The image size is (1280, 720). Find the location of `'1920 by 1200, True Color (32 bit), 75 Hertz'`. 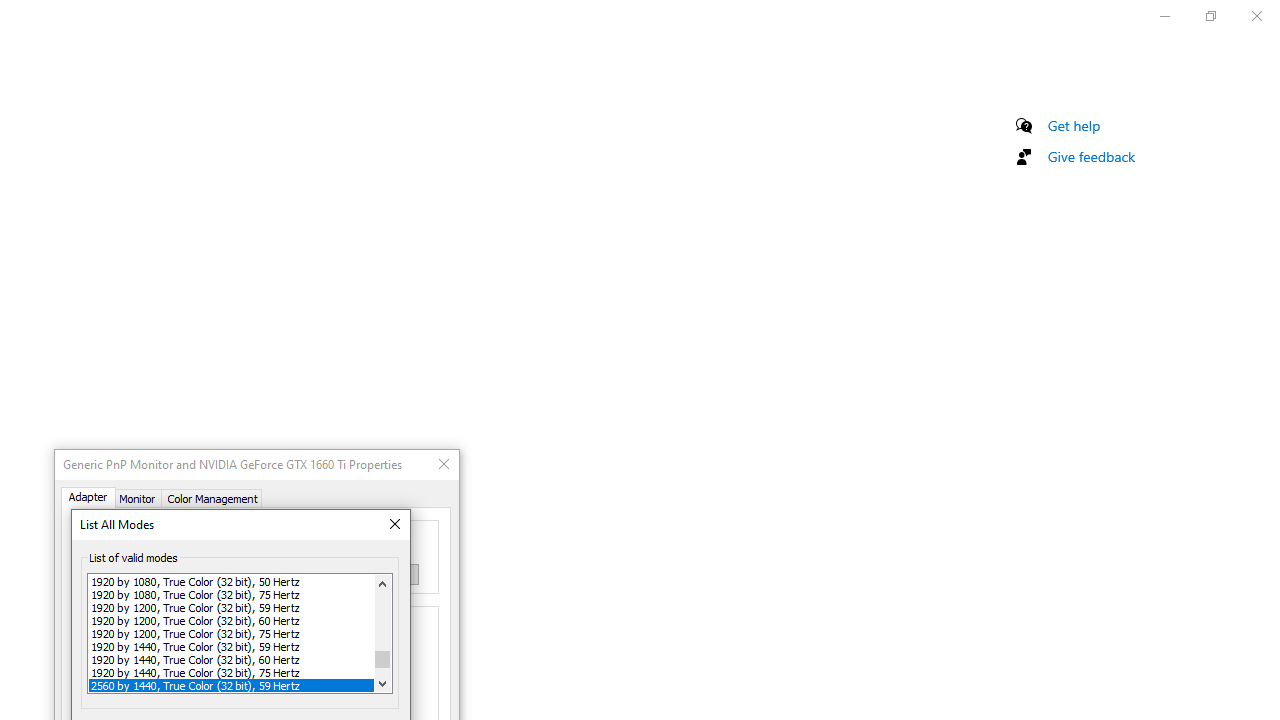

'1920 by 1200, True Color (32 bit), 75 Hertz' is located at coordinates (231, 633).